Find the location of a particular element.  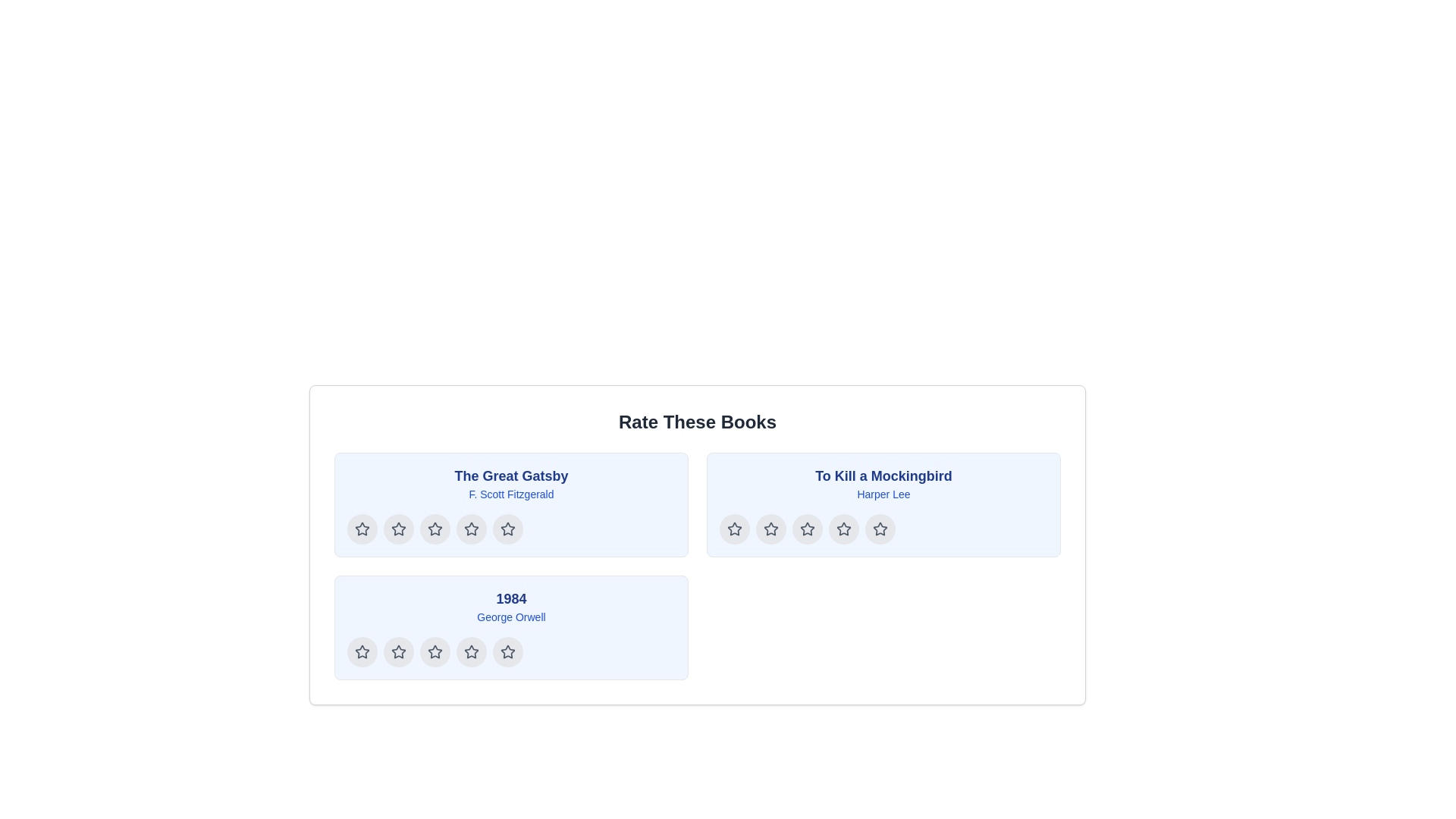

the second star rating button for 'The Great Gatsby' in the 'Rate These Books' interface is located at coordinates (399, 529).